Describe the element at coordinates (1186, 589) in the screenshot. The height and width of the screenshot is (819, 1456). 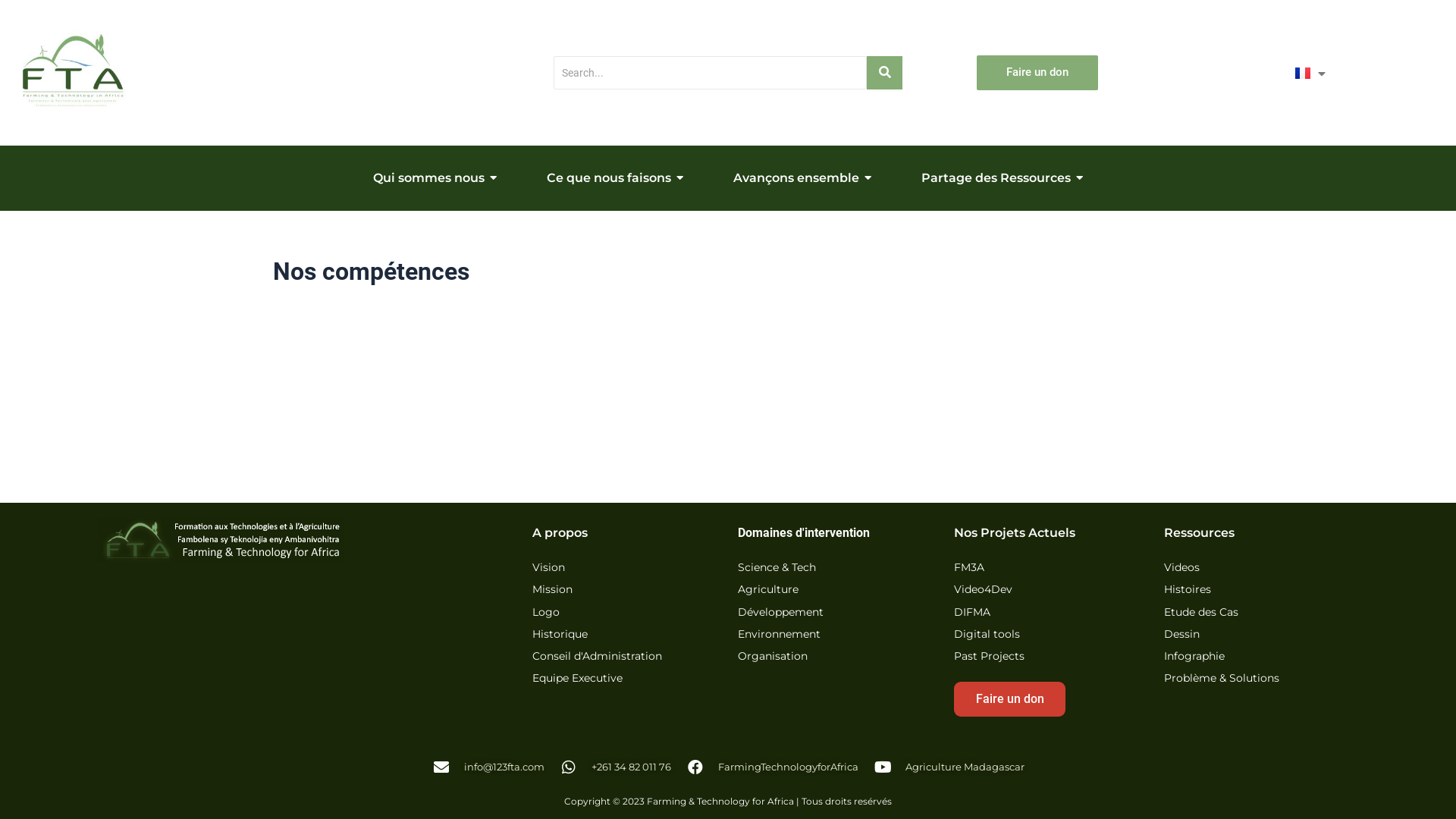
I see `'Histoires'` at that location.